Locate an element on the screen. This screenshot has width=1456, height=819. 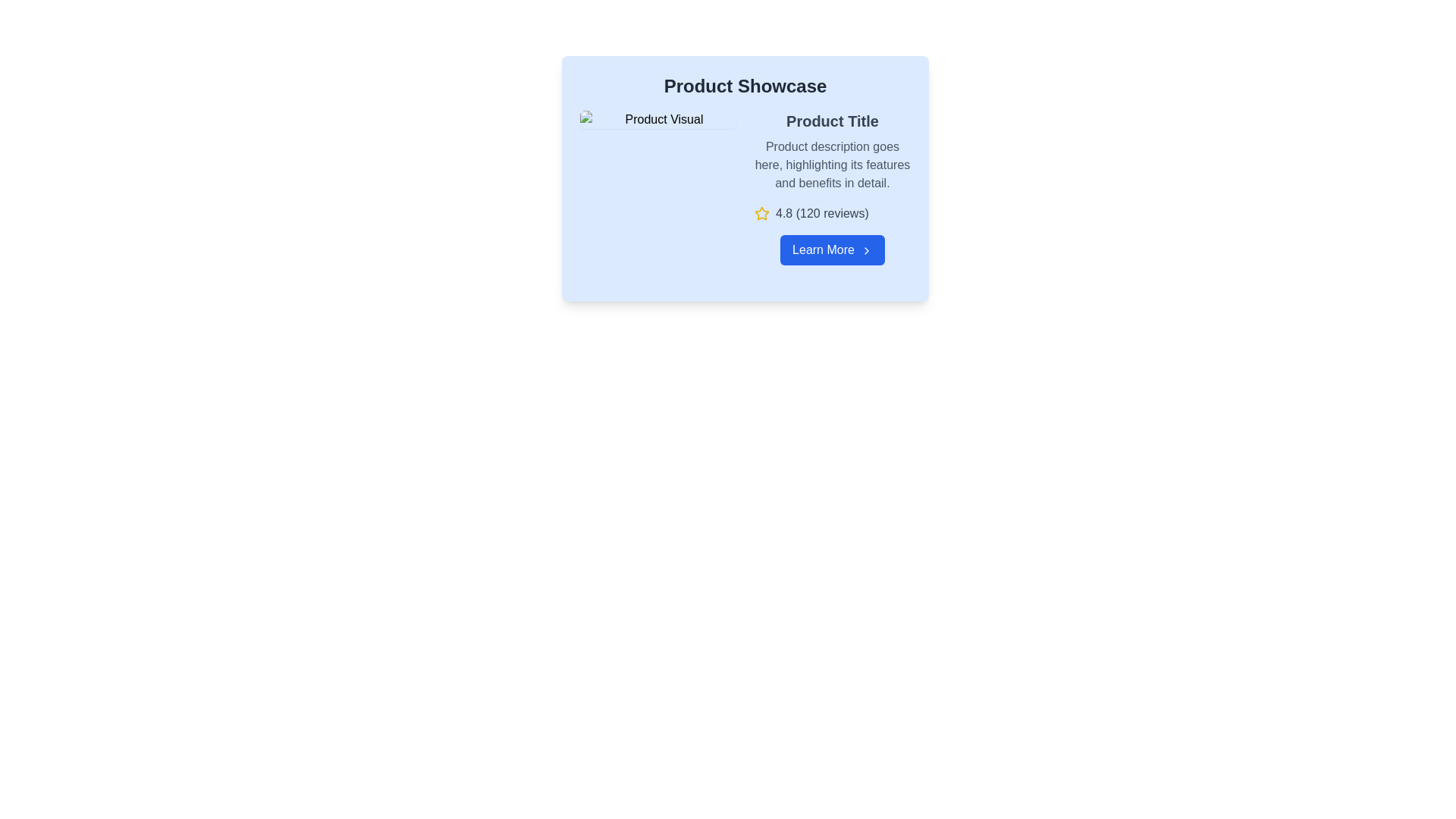
the star rating in the right-side section of the two-column grid is located at coordinates (745, 187).